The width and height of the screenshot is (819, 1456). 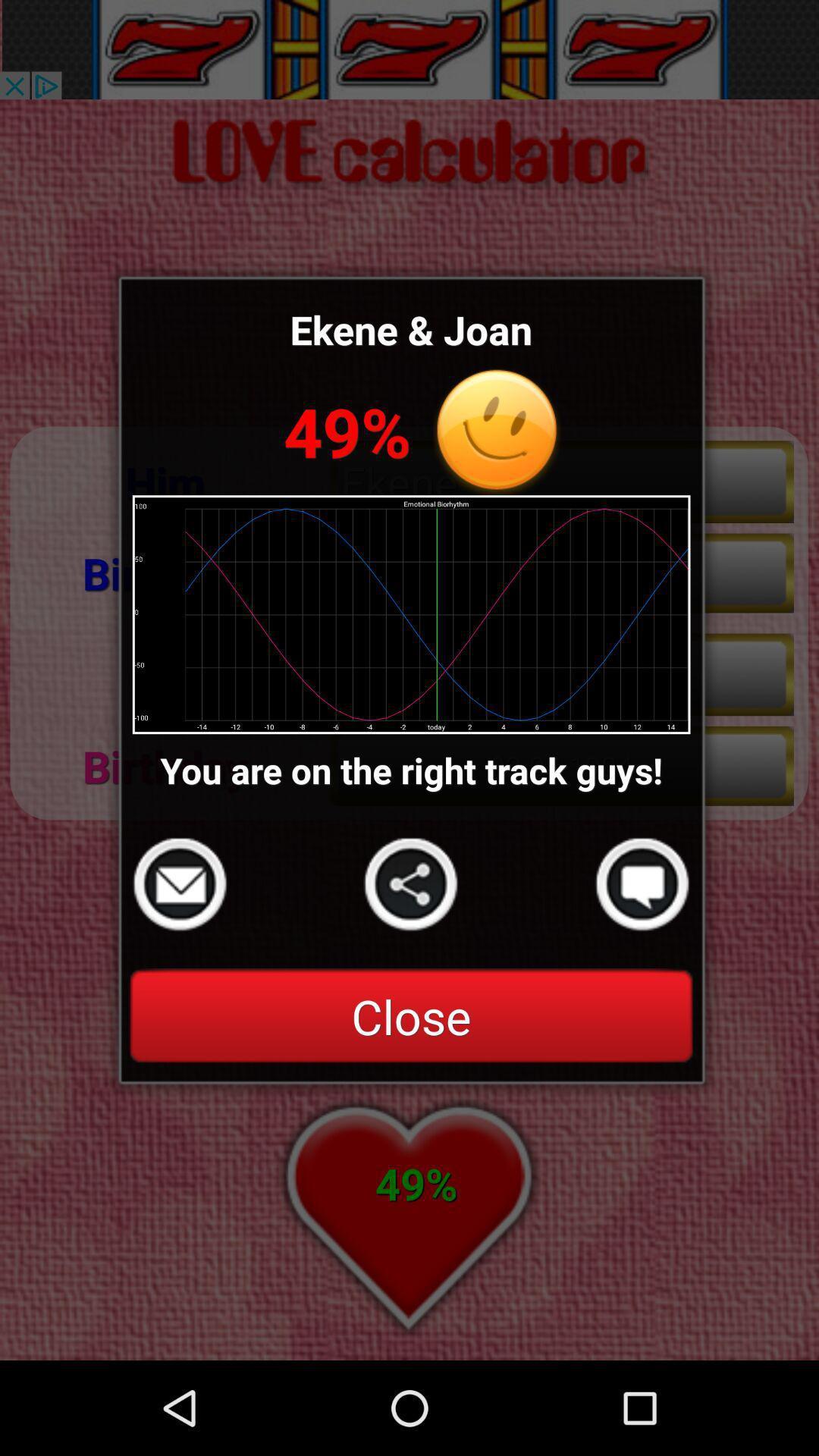 What do you see at coordinates (642, 884) in the screenshot?
I see `for messenger` at bounding box center [642, 884].